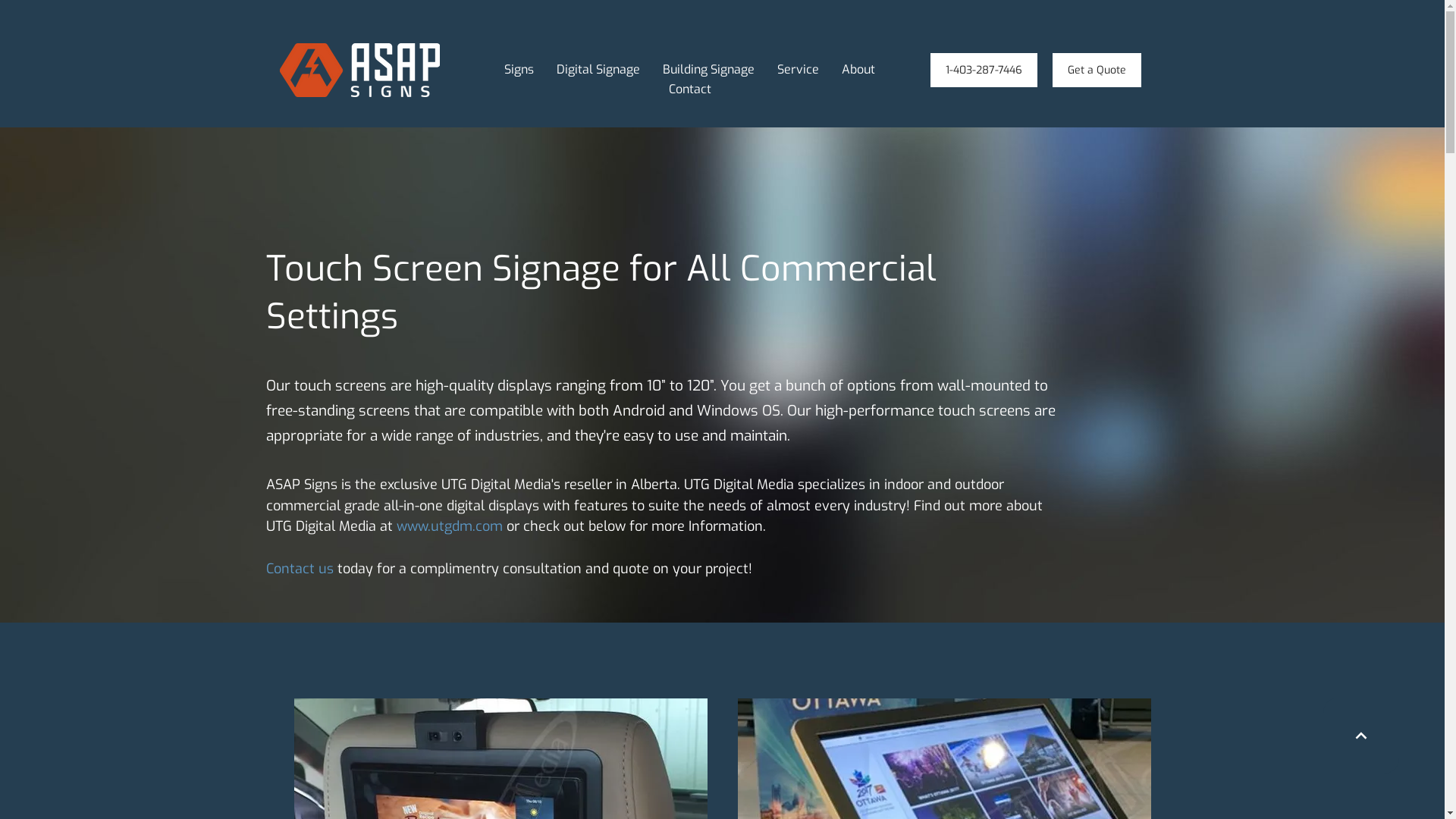  What do you see at coordinates (519, 70) in the screenshot?
I see `'Signs'` at bounding box center [519, 70].